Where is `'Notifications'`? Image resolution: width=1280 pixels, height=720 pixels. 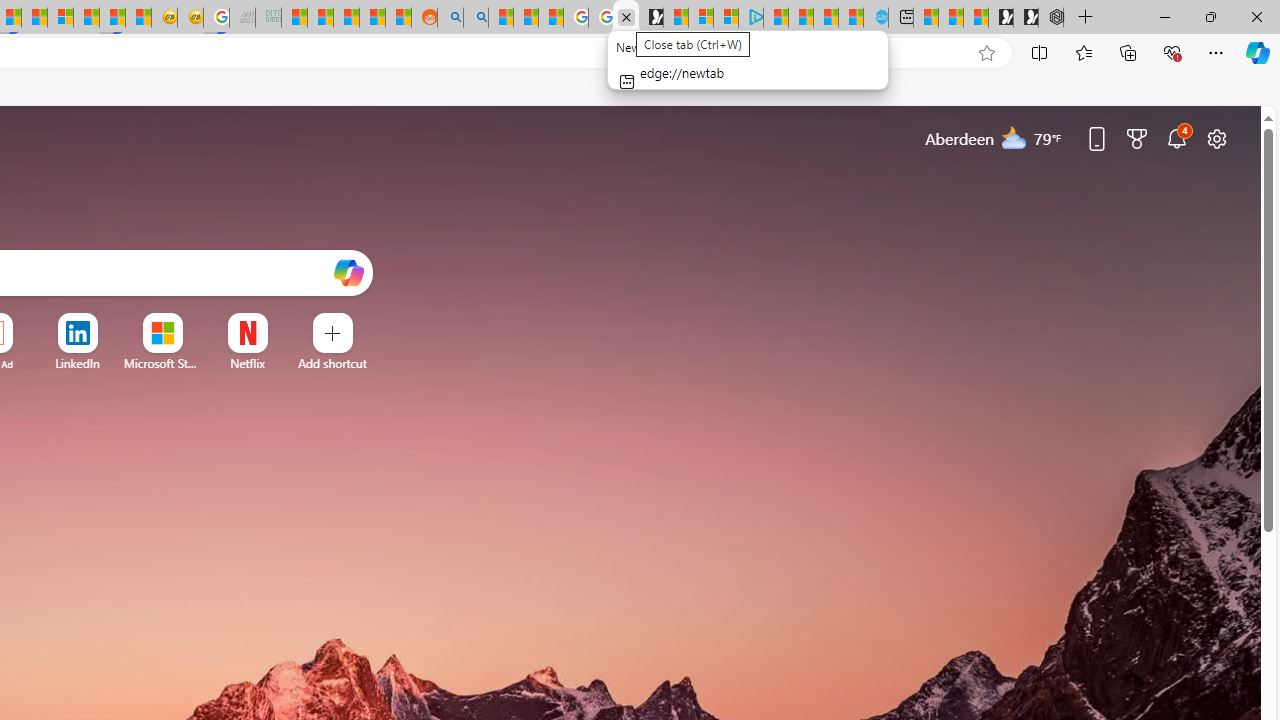
'Notifications' is located at coordinates (1176, 137).